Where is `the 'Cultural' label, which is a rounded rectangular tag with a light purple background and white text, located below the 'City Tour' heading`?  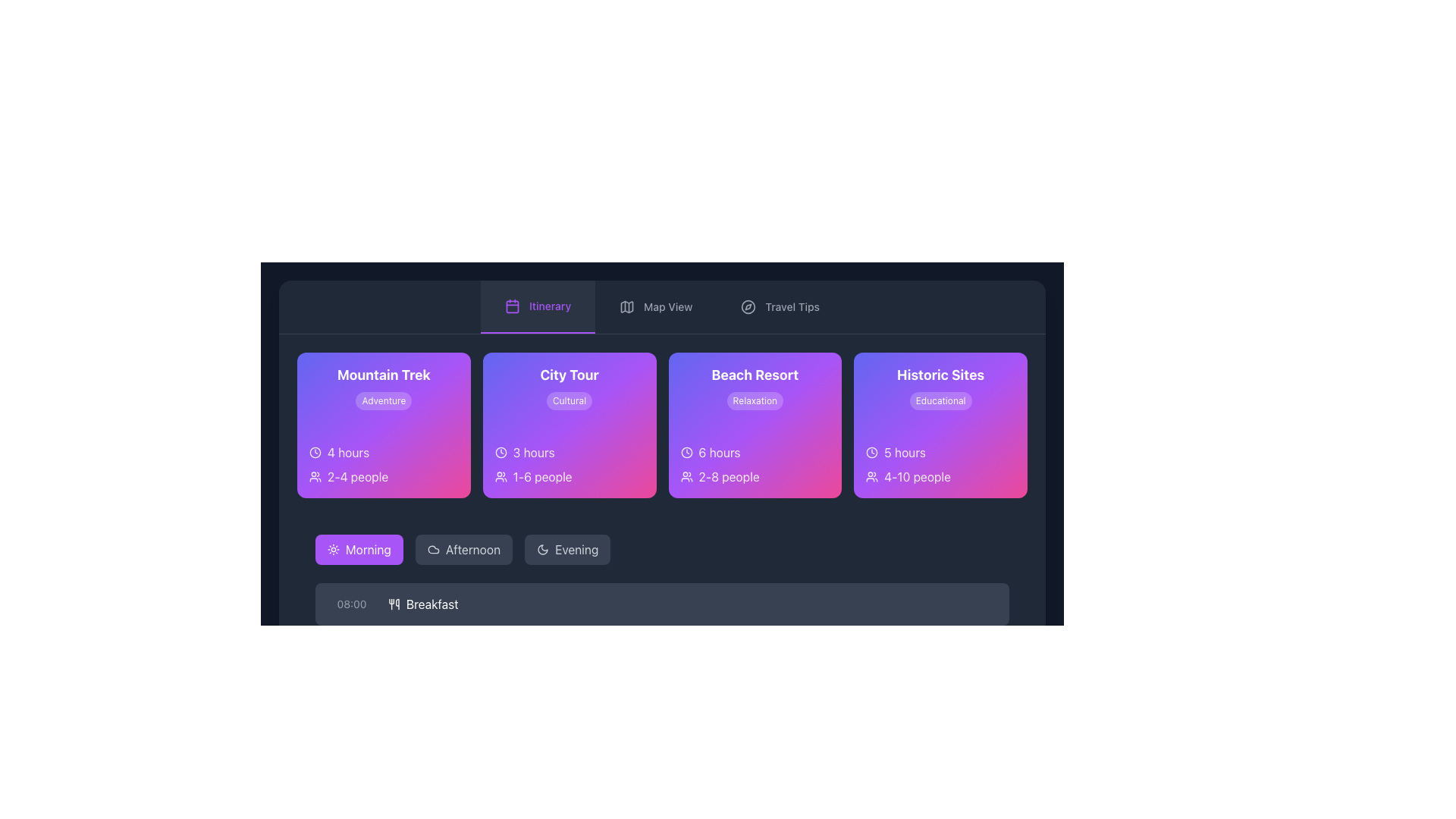 the 'Cultural' label, which is a rounded rectangular tag with a light purple background and white text, located below the 'City Tour' heading is located at coordinates (569, 400).